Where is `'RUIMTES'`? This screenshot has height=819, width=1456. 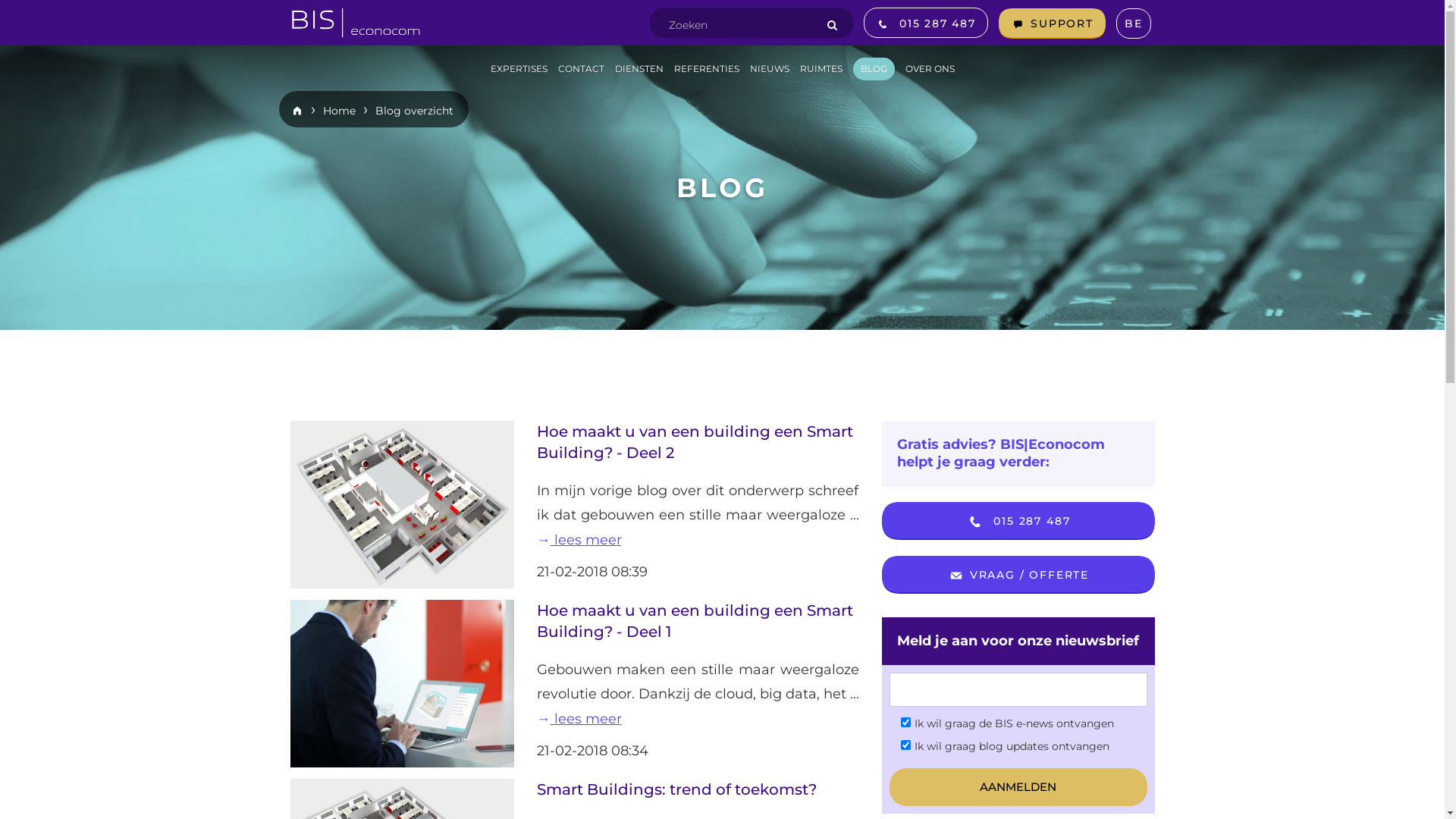 'RUIMTES' is located at coordinates (799, 69).